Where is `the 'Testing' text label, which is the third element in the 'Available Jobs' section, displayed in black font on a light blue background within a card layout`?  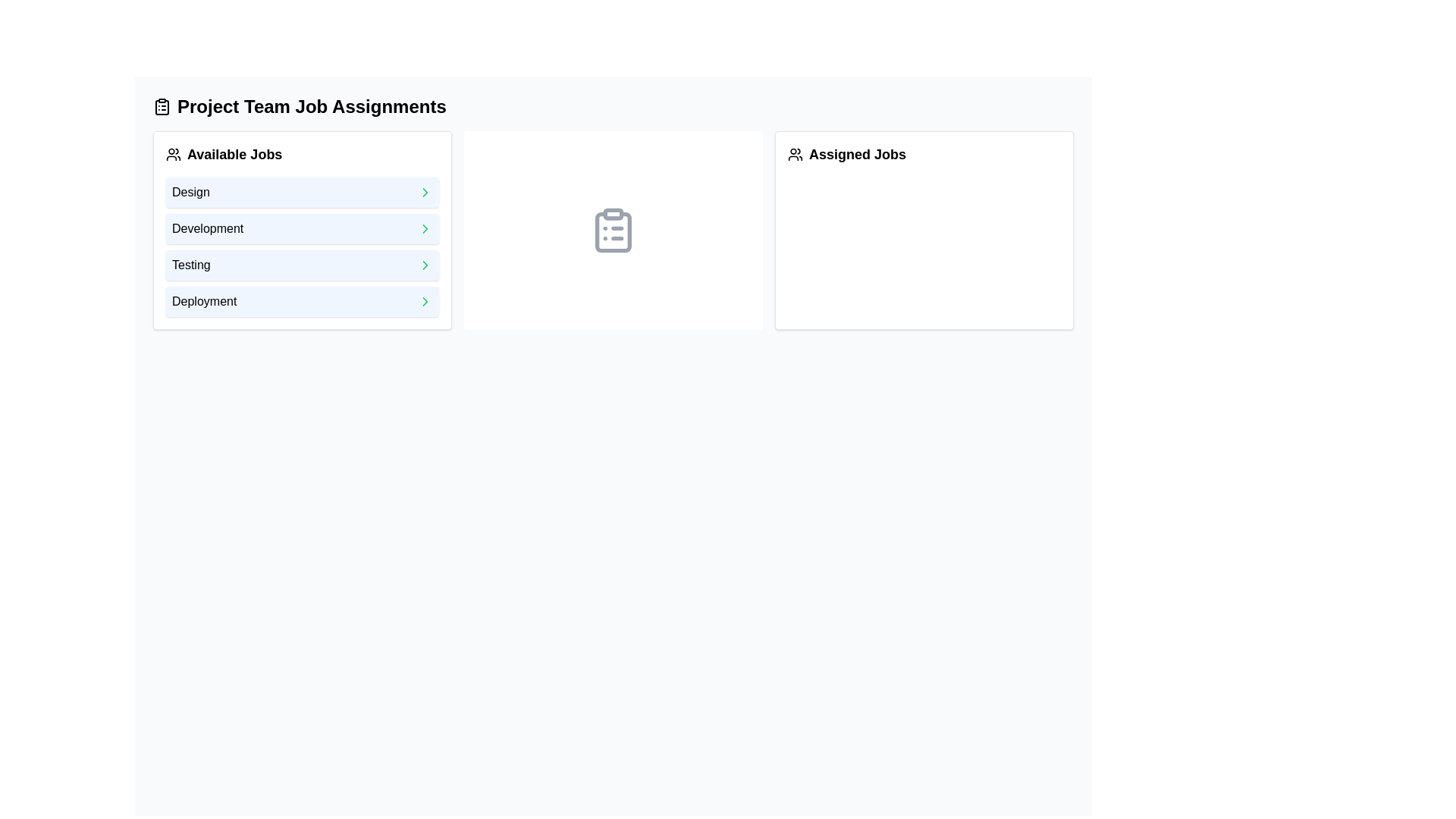
the 'Testing' text label, which is the third element in the 'Available Jobs' section, displayed in black font on a light blue background within a card layout is located at coordinates (190, 265).